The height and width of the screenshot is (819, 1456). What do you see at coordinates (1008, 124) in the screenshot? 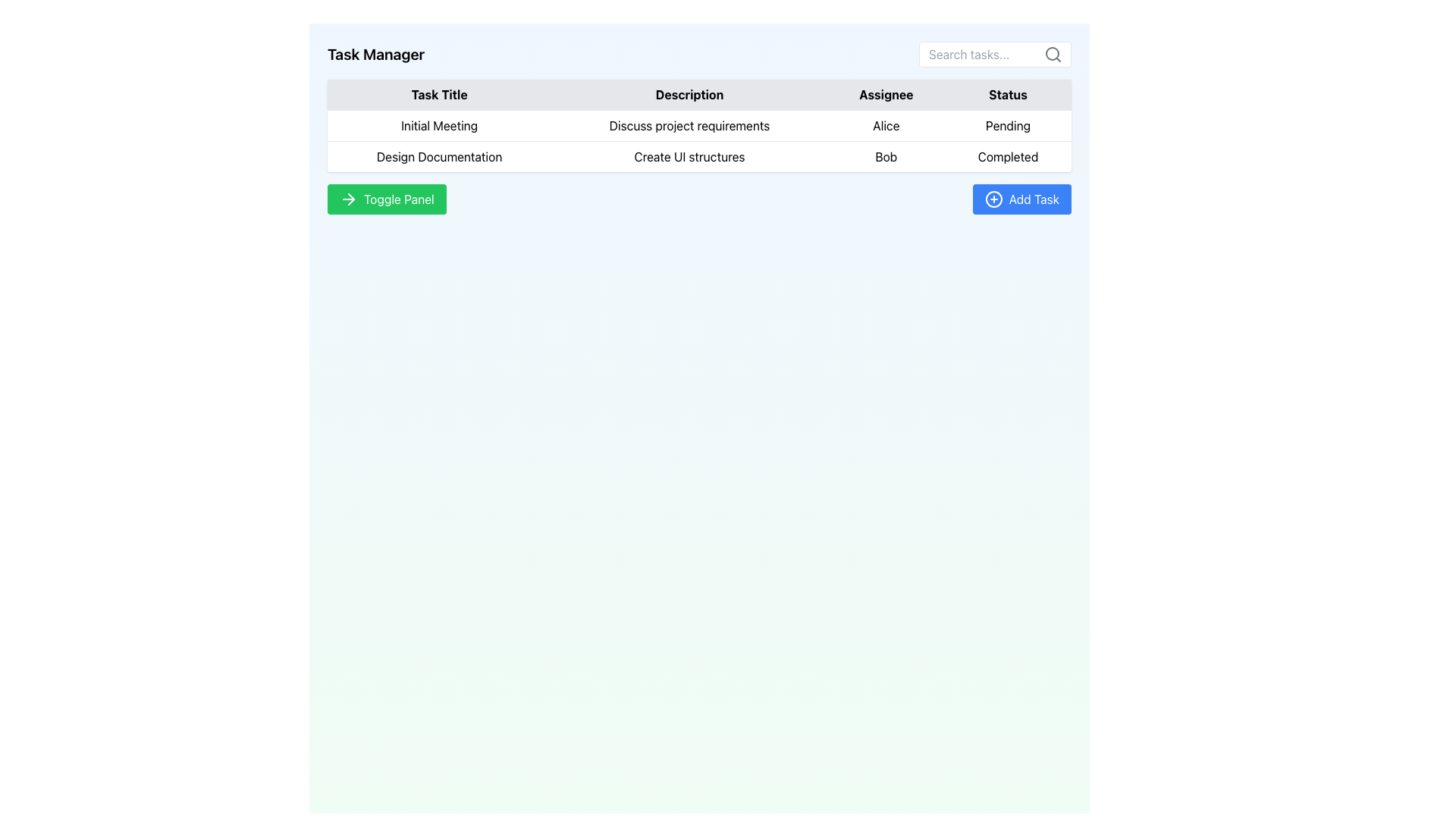
I see `the static text label displaying 'Pending' in the 'Status' column of the table for the task titled 'Initial Meeting'` at bounding box center [1008, 124].